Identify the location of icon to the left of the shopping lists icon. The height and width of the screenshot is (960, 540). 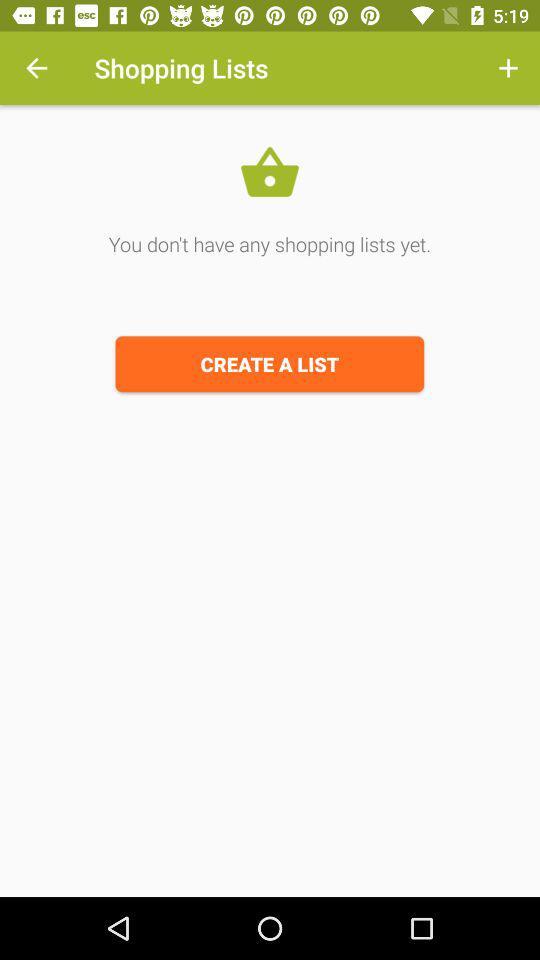
(36, 68).